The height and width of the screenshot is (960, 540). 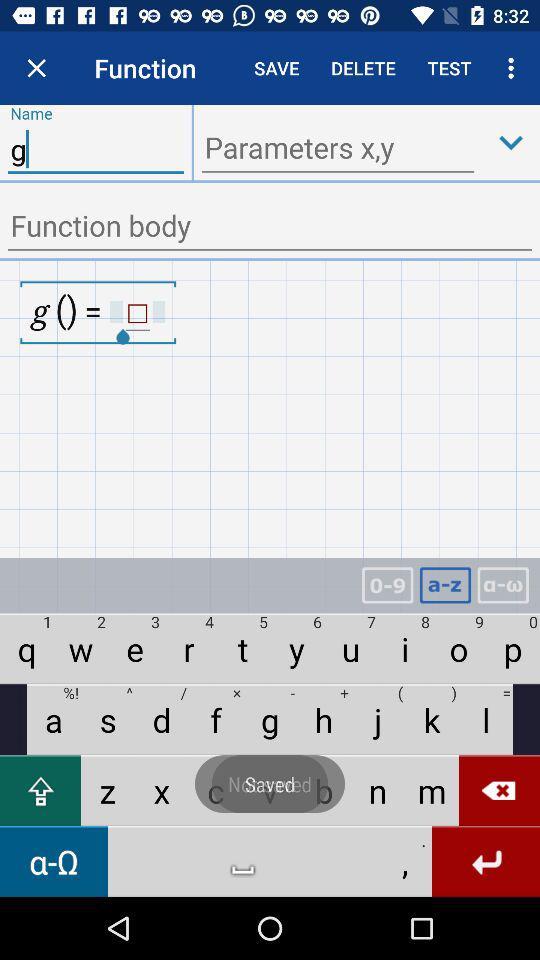 I want to click on switch text font, so click(x=502, y=585).